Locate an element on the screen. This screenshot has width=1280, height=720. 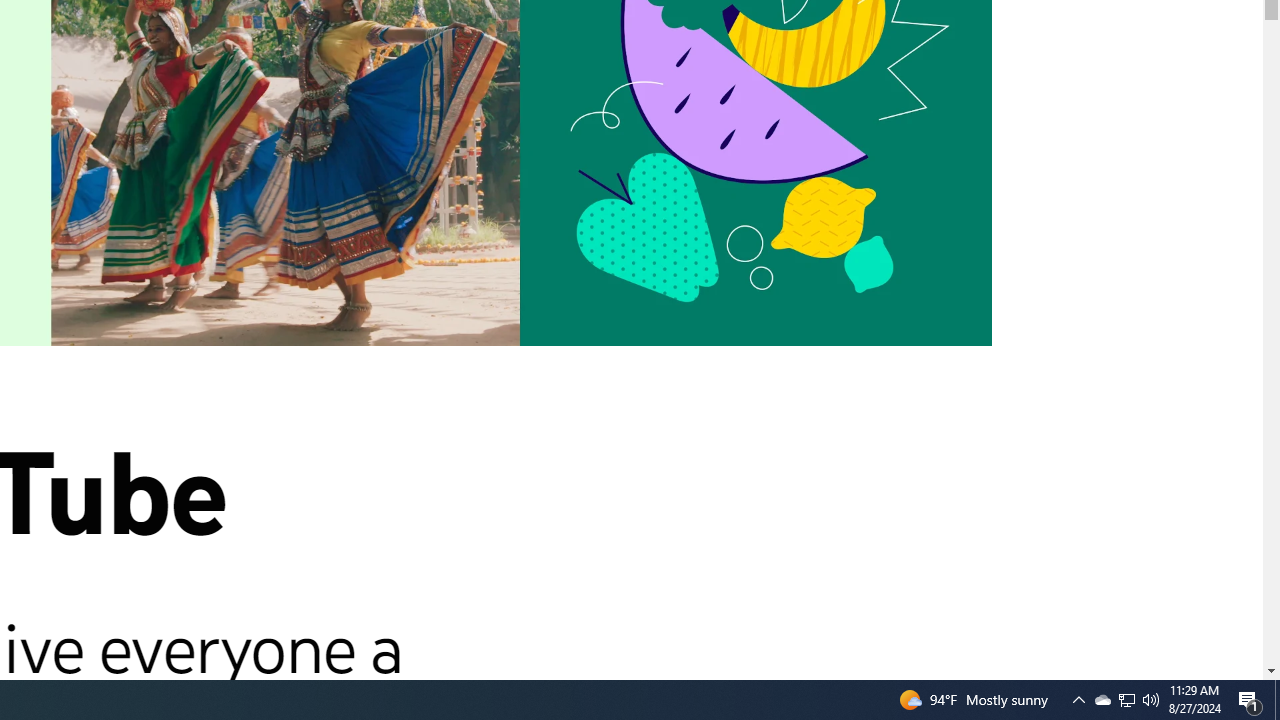
'Action Center, 1 new notification' is located at coordinates (1276, 698).